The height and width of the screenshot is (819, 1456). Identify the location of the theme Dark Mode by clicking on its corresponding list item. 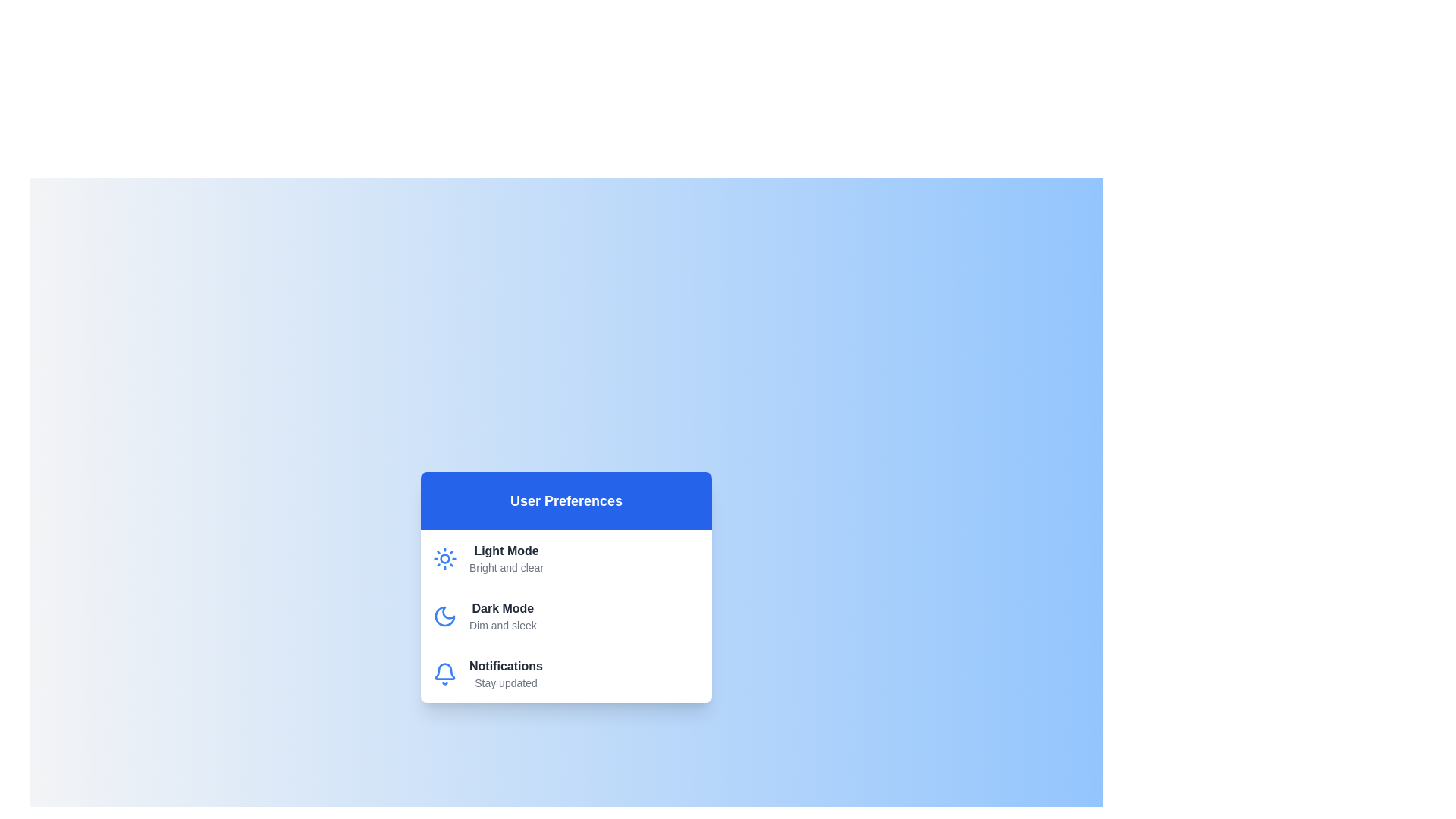
(566, 617).